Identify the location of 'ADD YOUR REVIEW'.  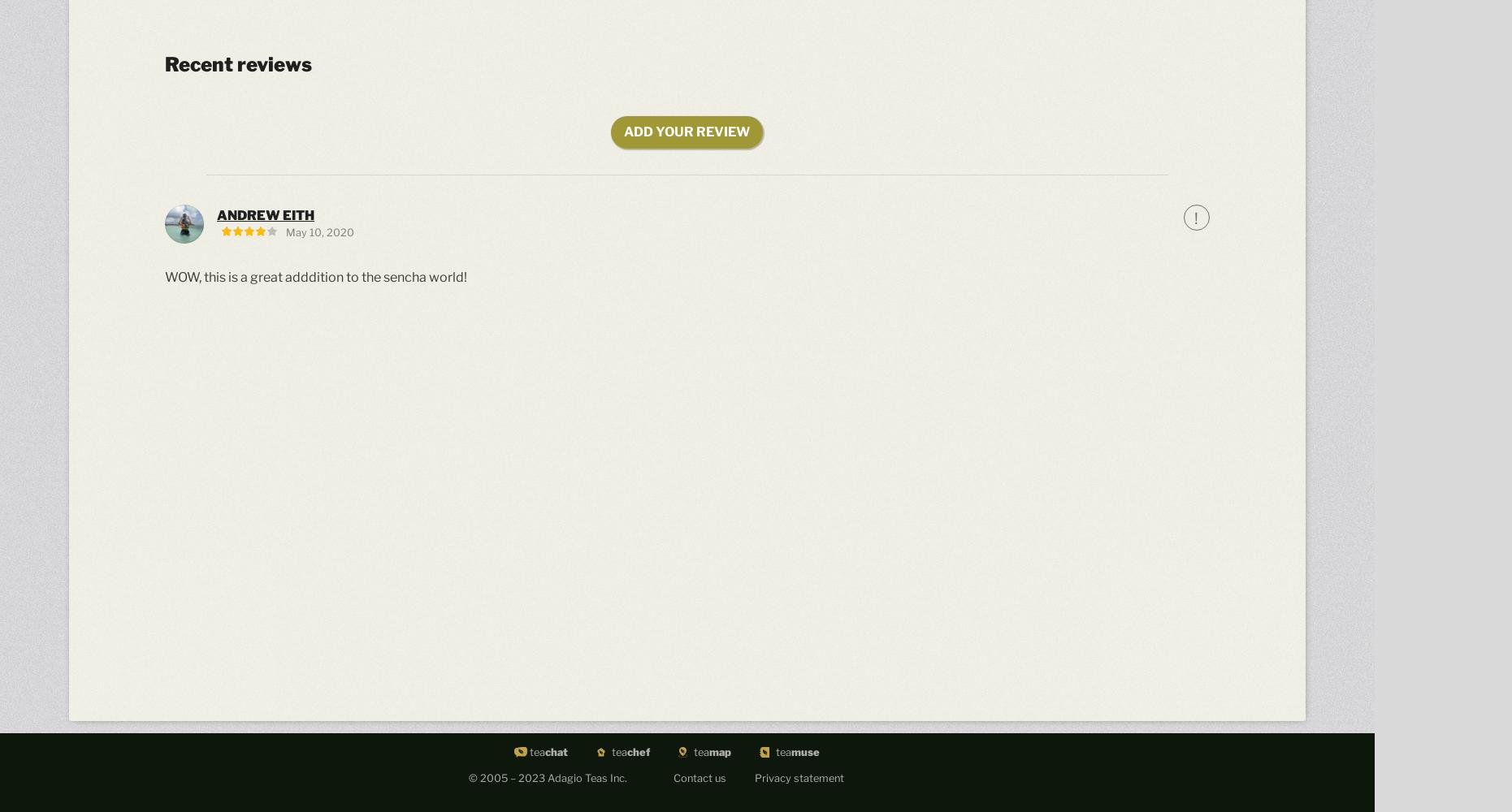
(687, 132).